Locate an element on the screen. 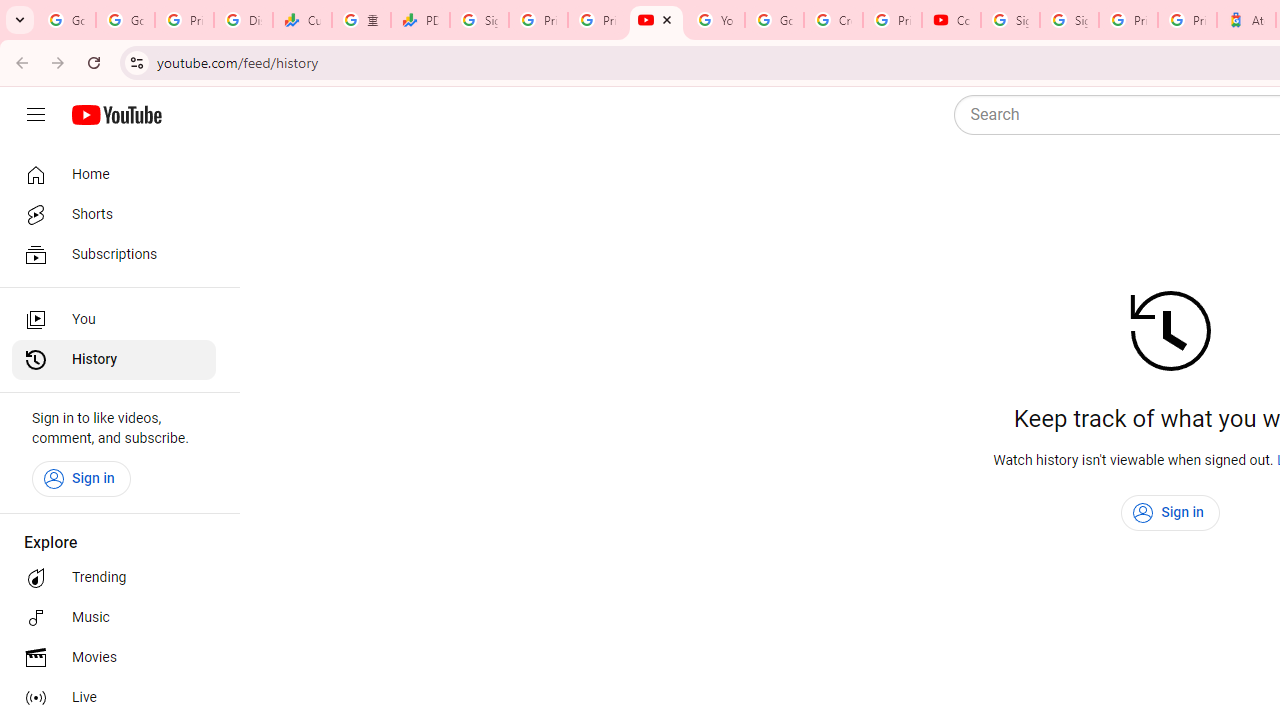 The height and width of the screenshot is (720, 1280). 'Trending' is located at coordinates (112, 578).